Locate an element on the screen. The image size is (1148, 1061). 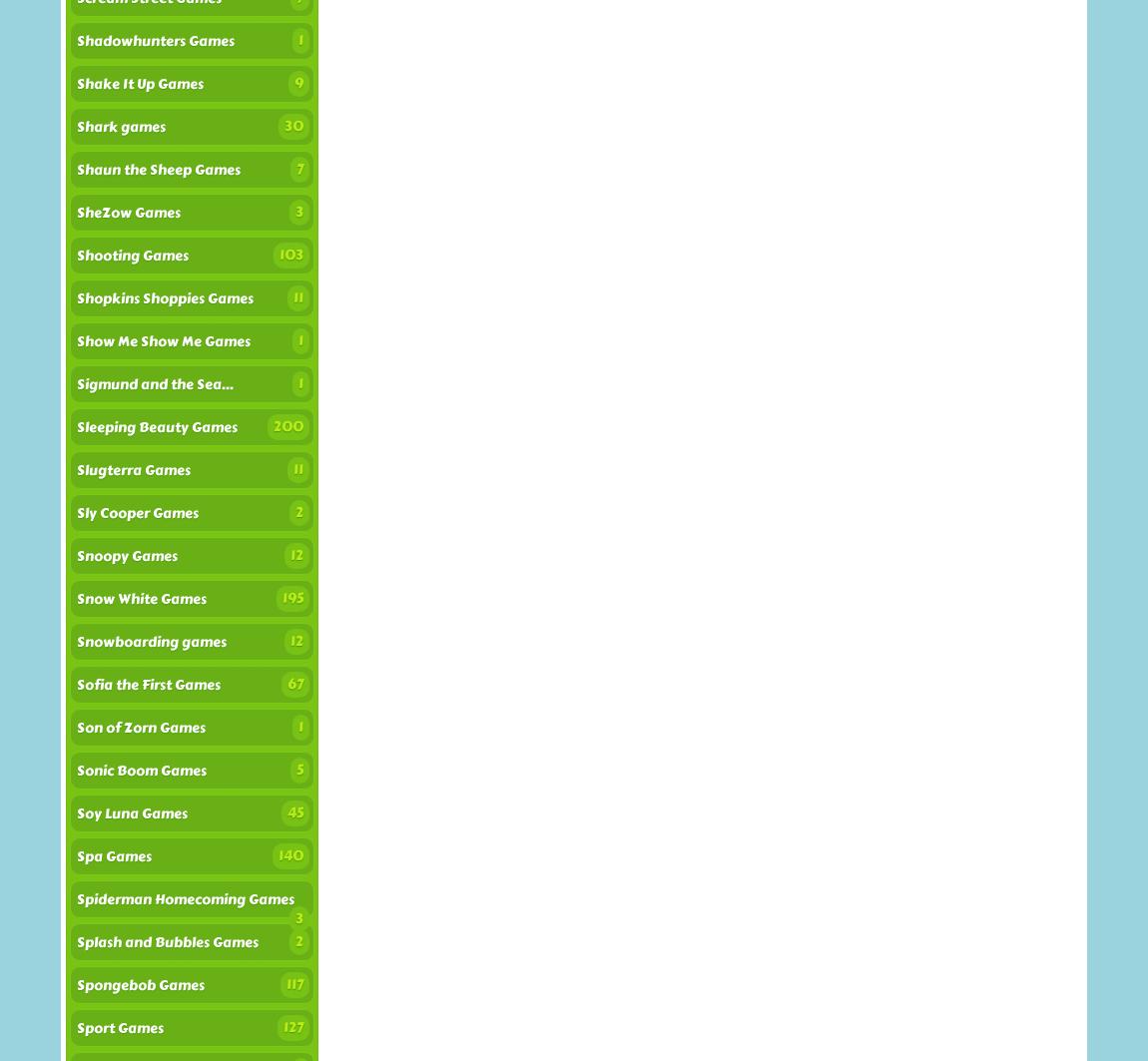
'200' is located at coordinates (287, 426).